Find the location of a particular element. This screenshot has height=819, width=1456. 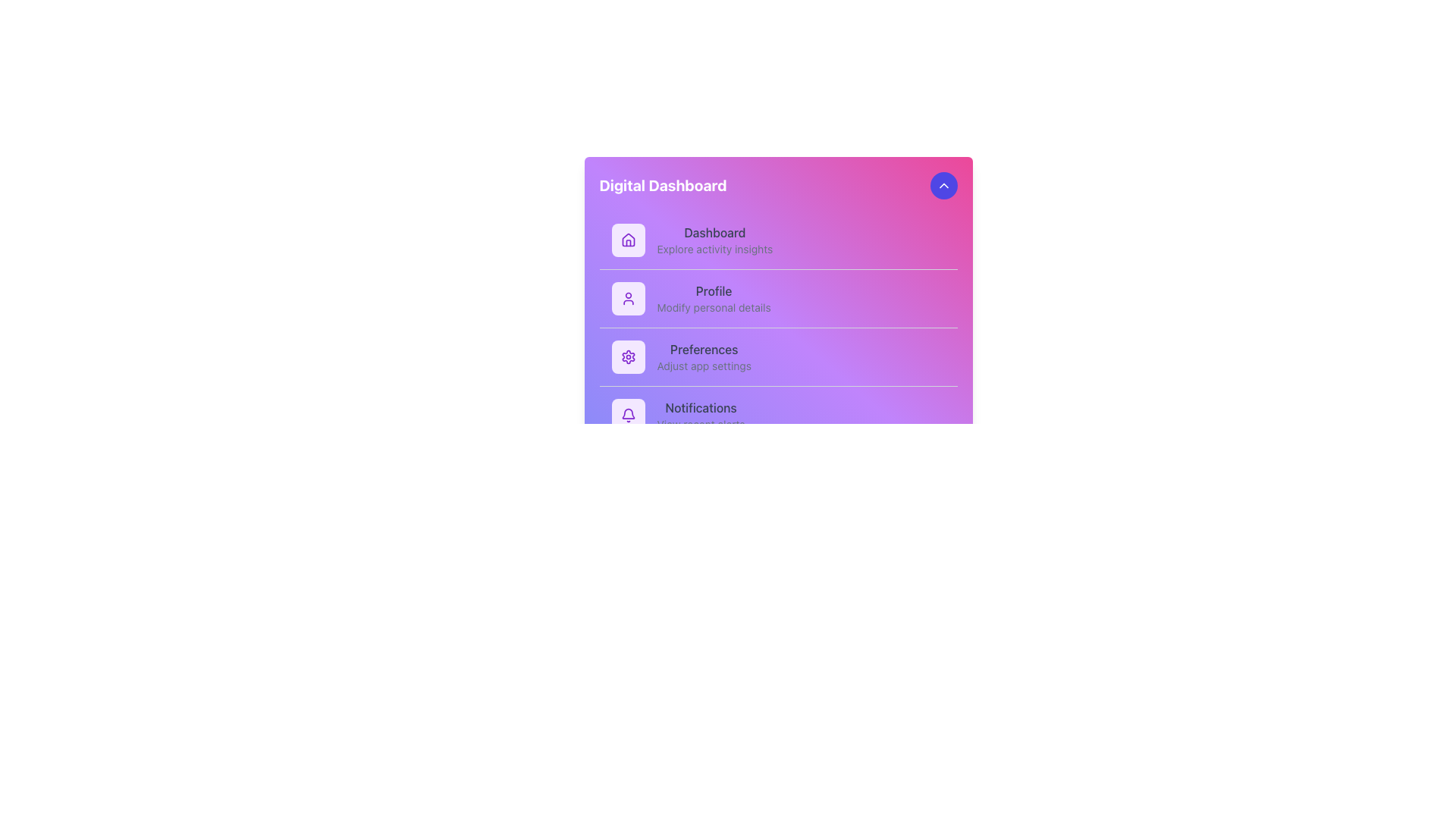

the square-shaped Icon button with a rounded border and a house icon in the center, located within the 'DashboardExplore activity insights' section is located at coordinates (628, 239).